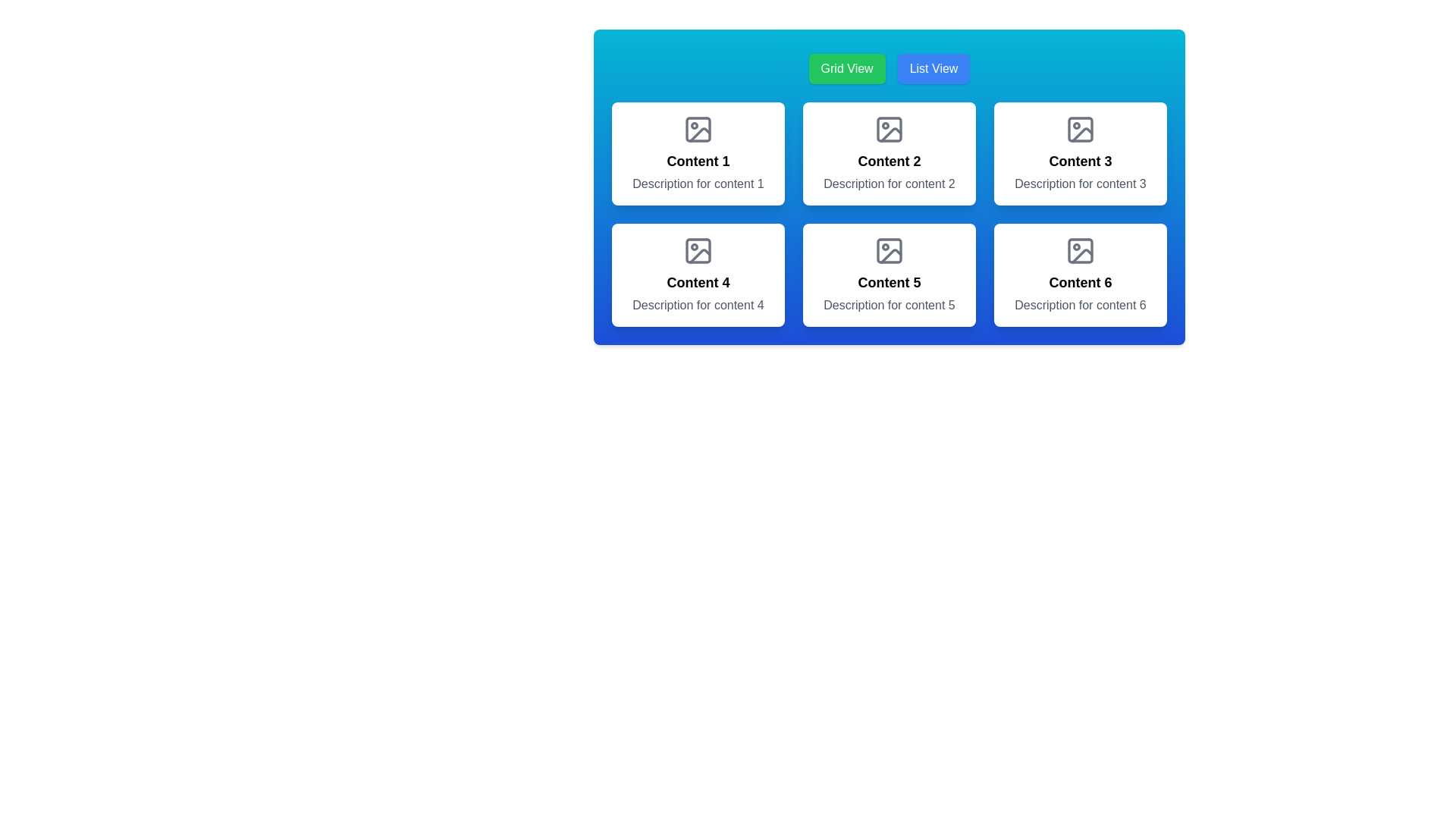  Describe the element at coordinates (1080, 128) in the screenshot. I see `the vector graphic element within the 'Content 3' card, which is part of the image icon placeholder located near the top-left of the card` at that location.